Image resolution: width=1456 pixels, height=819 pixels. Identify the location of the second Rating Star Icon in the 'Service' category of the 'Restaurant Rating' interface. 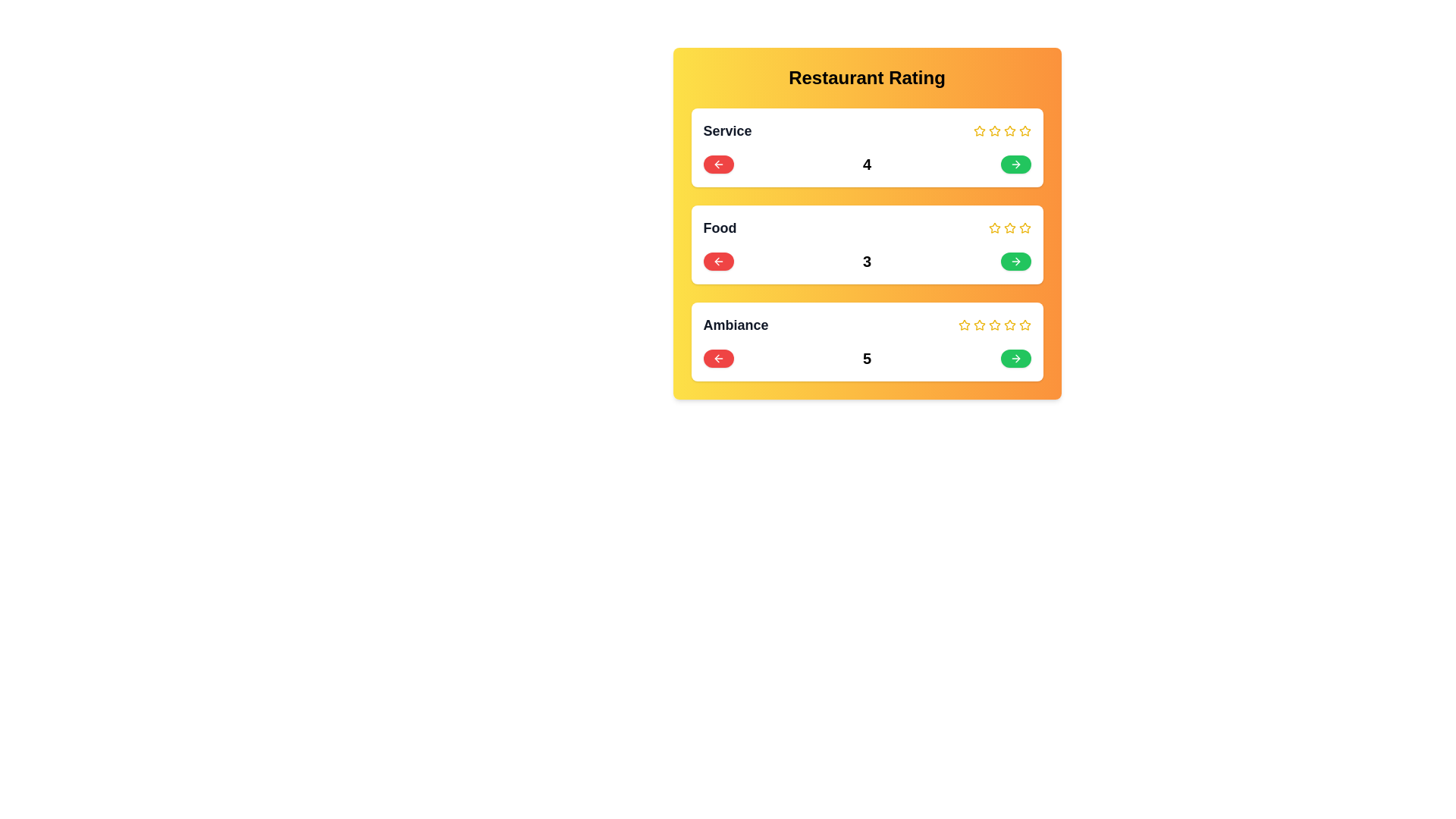
(994, 130).